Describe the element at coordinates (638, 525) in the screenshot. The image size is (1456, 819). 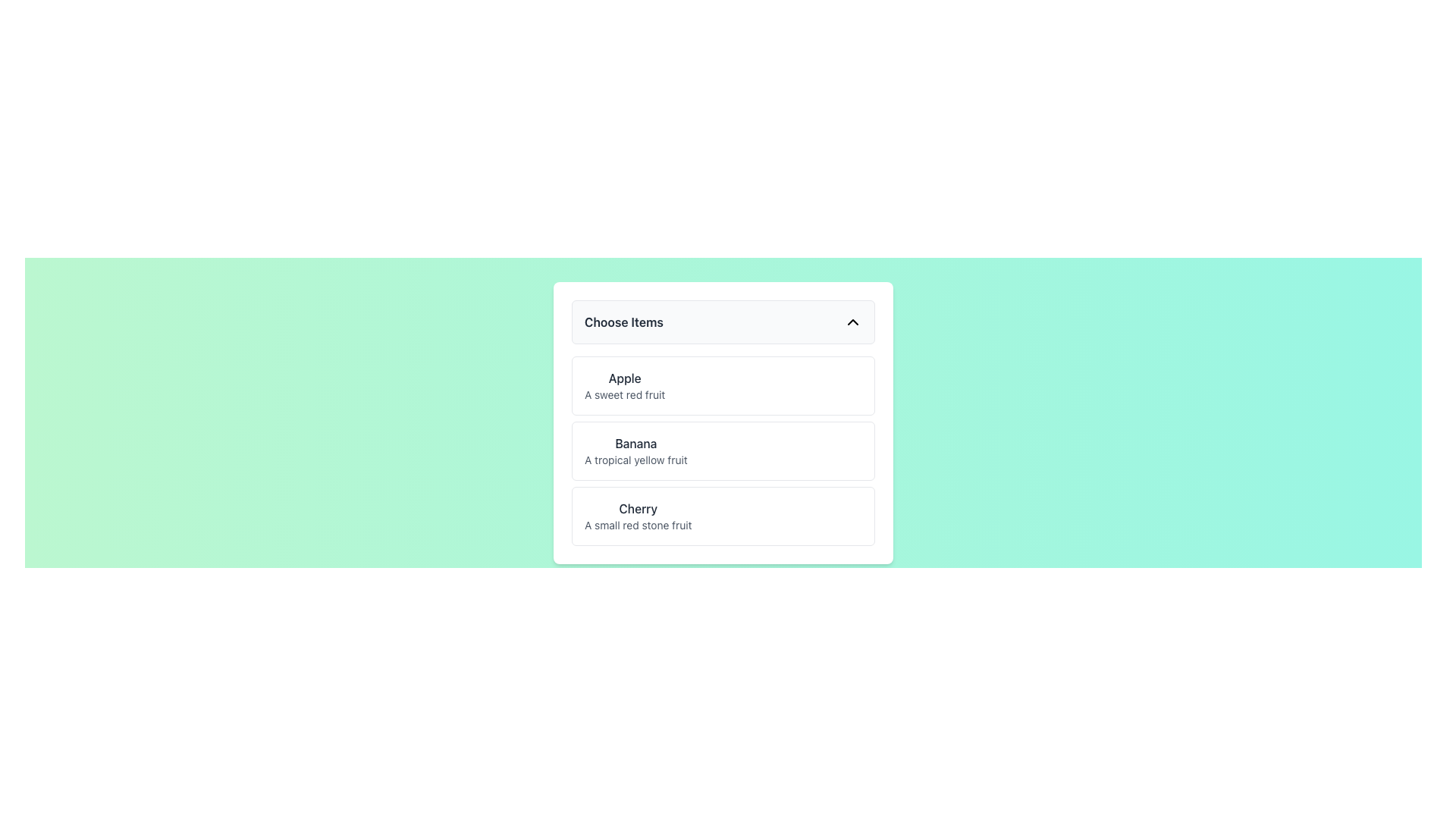
I see `the descriptive text label 'A small red stone fruit' located directly below the 'Cherry' title in the selection panel` at that location.